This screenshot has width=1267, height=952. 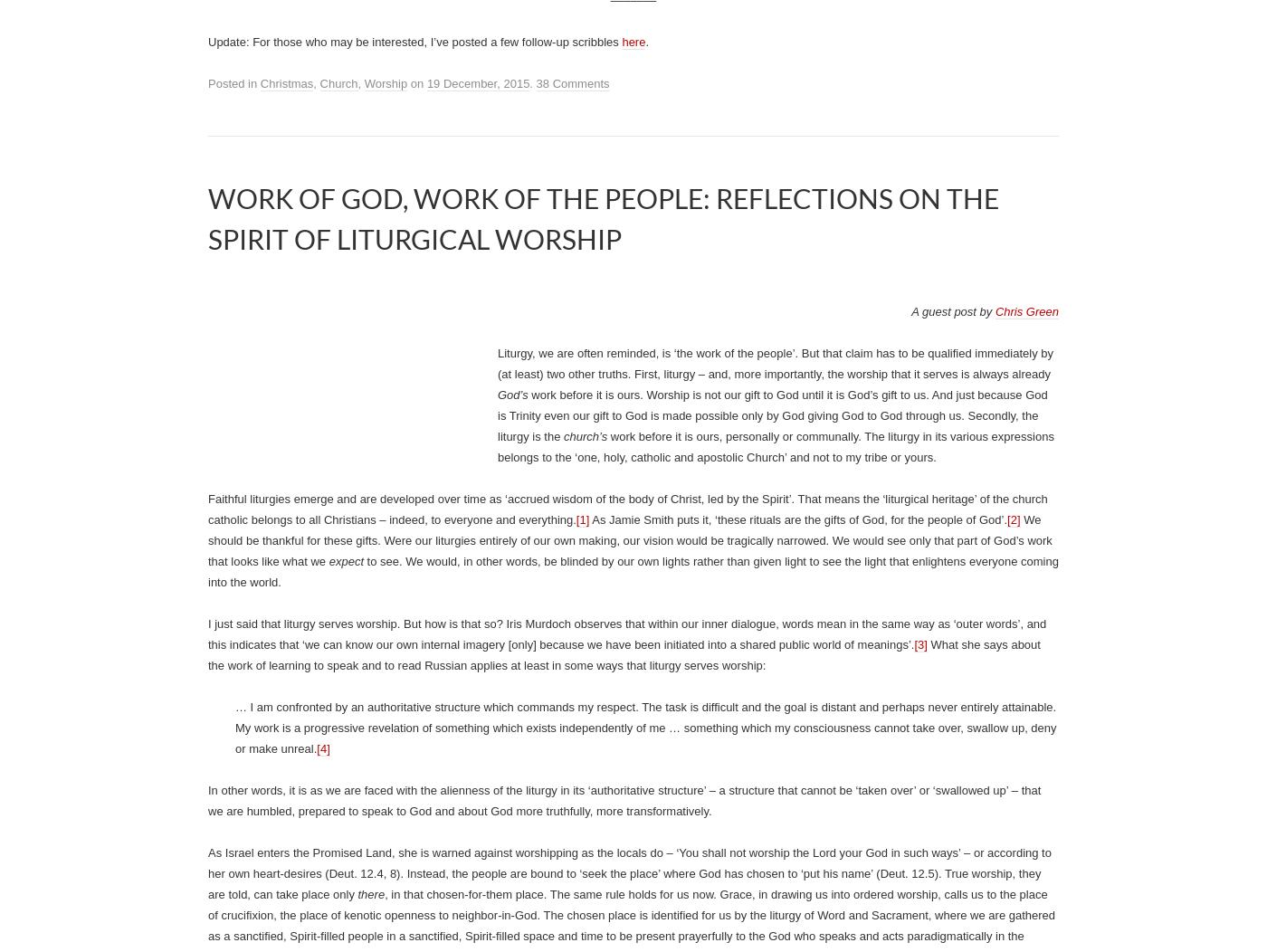 I want to click on 'Church', so click(x=319, y=83).